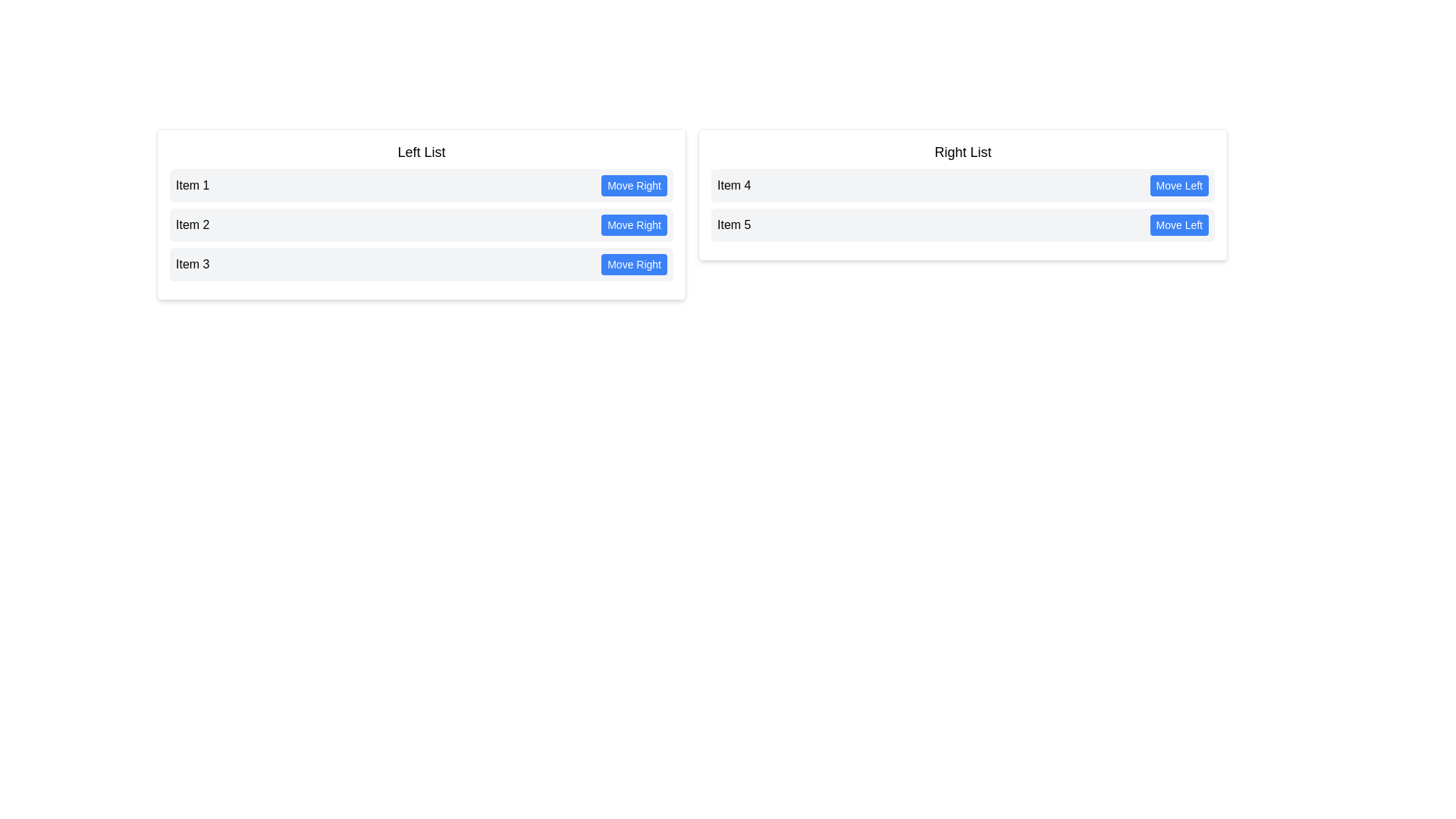 The height and width of the screenshot is (819, 1456). I want to click on 'Move Right' button for the item Item 2 in the left list, so click(634, 225).